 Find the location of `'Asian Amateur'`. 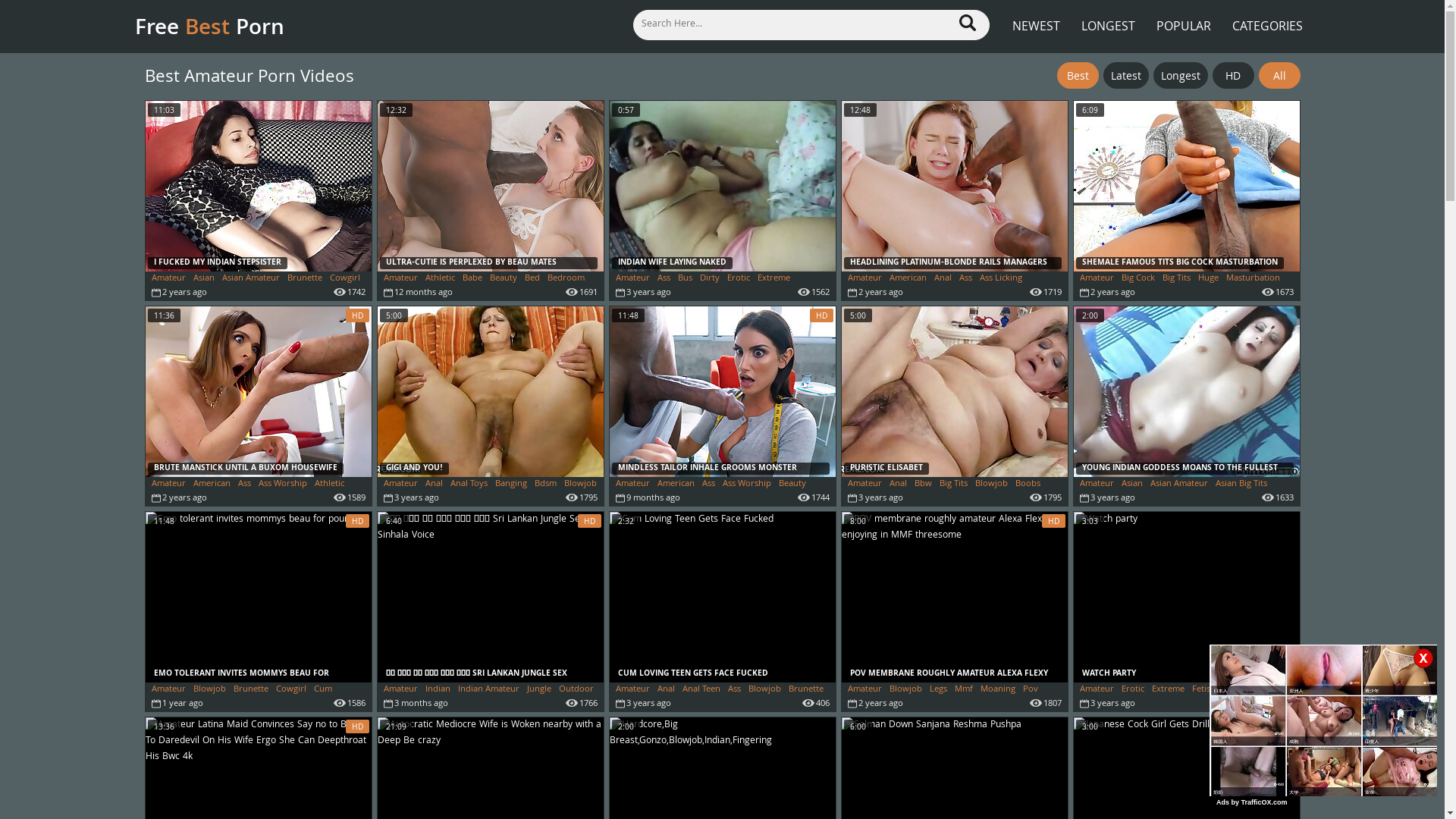

'Asian Amateur' is located at coordinates (250, 278).